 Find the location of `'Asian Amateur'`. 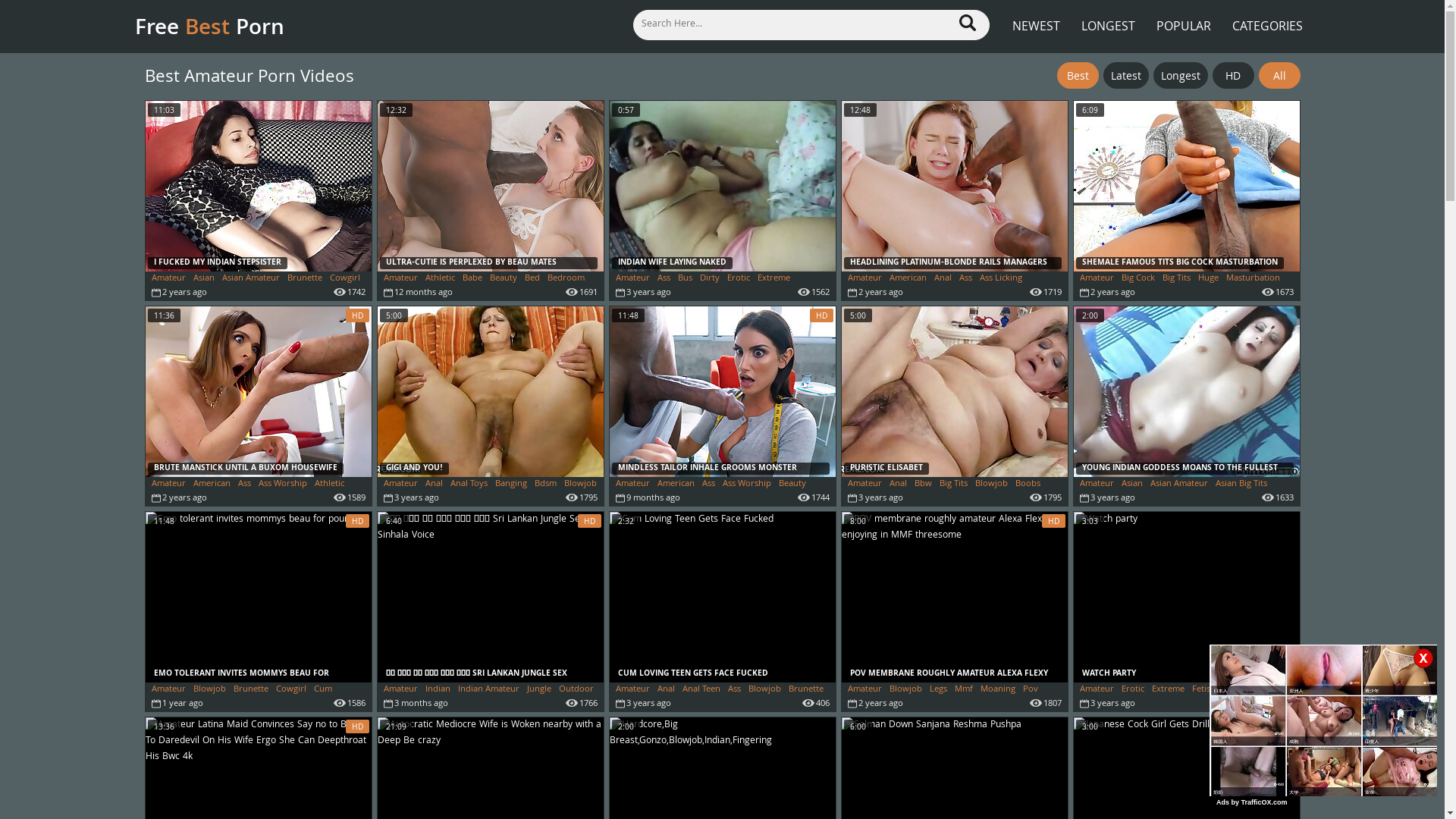

'Asian Amateur' is located at coordinates (250, 278).